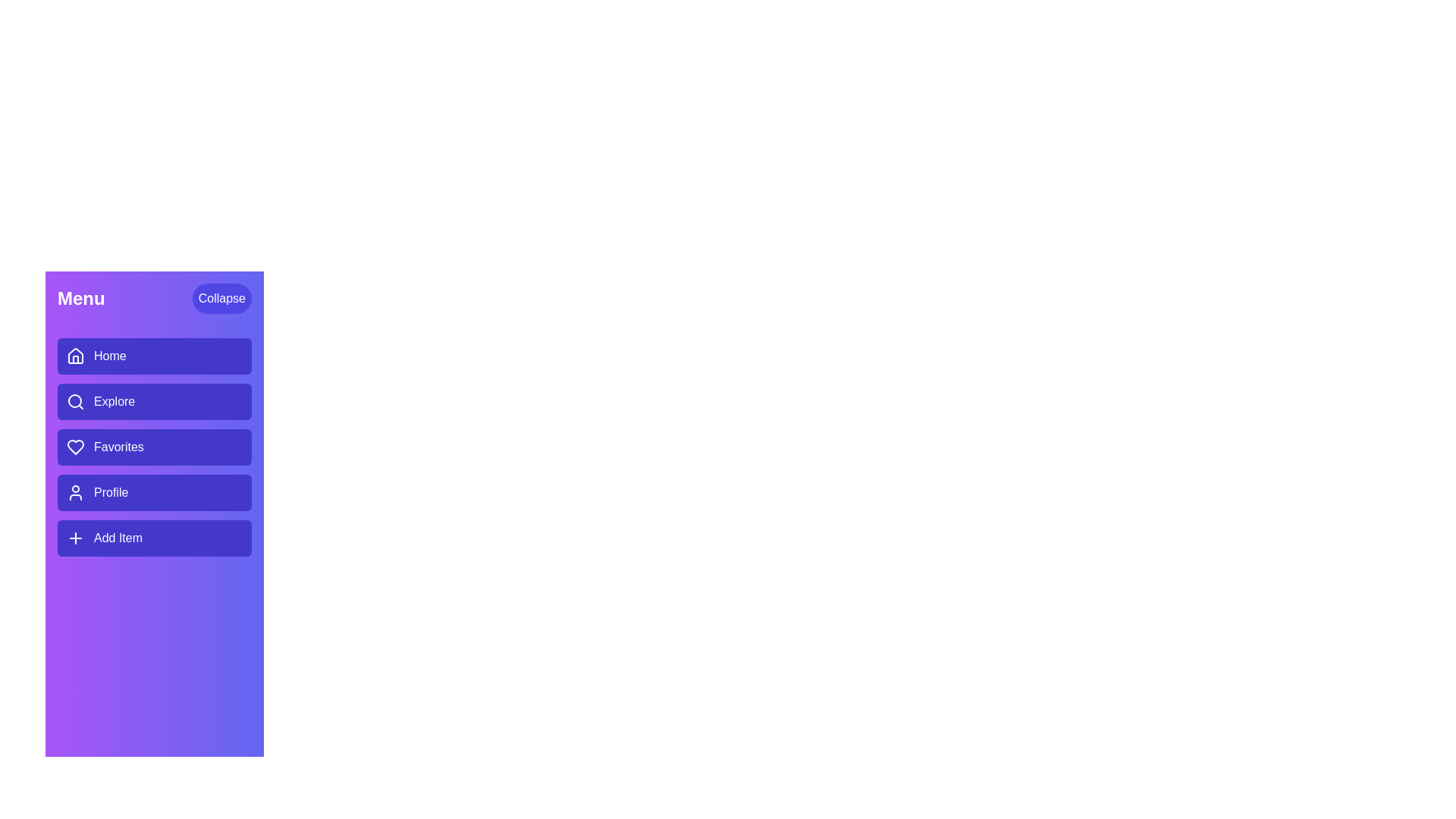  Describe the element at coordinates (154, 447) in the screenshot. I see `the menu item Favorites to navigate to its respective section` at that location.